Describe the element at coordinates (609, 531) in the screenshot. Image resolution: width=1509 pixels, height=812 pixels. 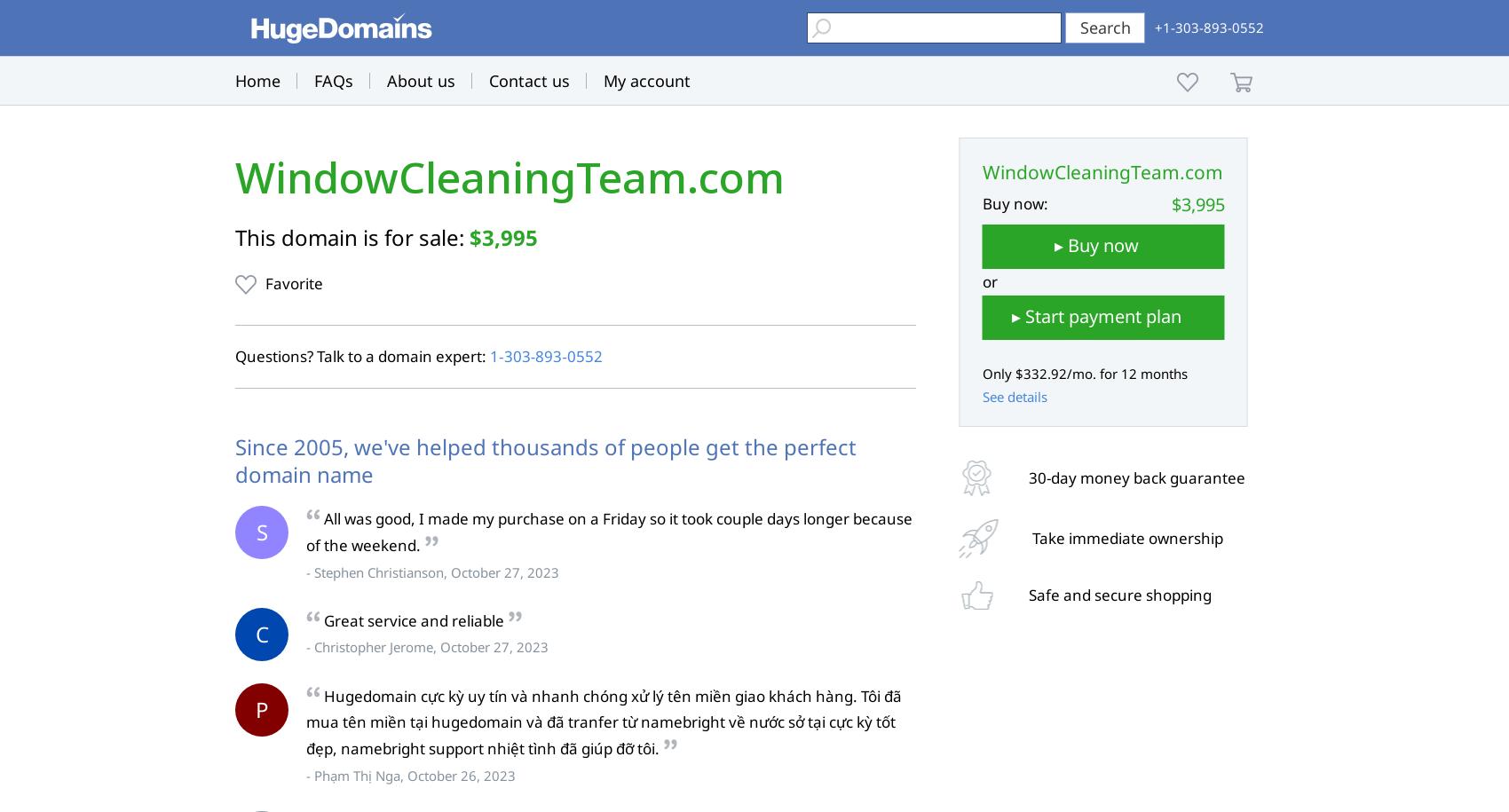
I see `'All was good, I made my purchase on a Friday so it took couple days longer because of the weekend.'` at that location.